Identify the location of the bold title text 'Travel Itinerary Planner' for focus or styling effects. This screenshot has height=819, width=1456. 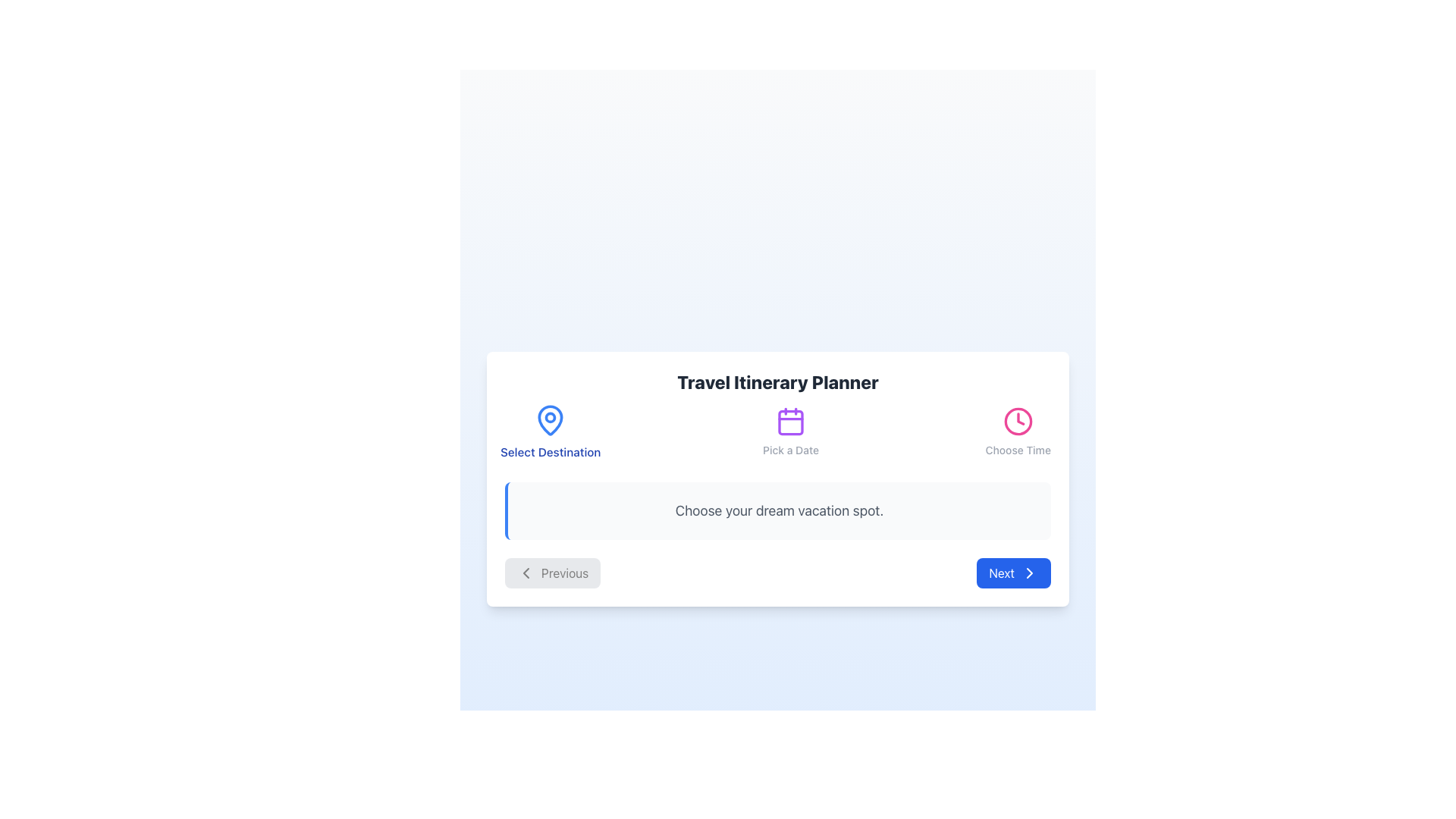
(778, 381).